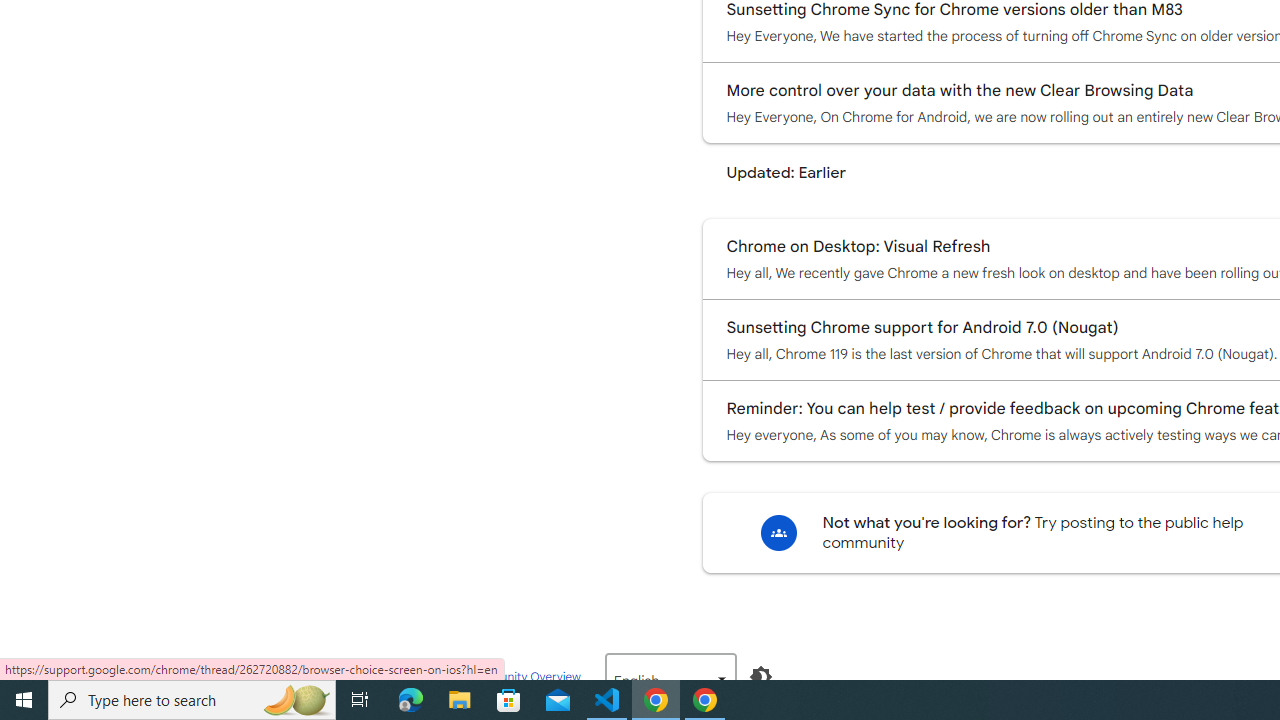 This screenshot has width=1280, height=720. Describe the element at coordinates (522, 675) in the screenshot. I see `'Community Overview'` at that location.